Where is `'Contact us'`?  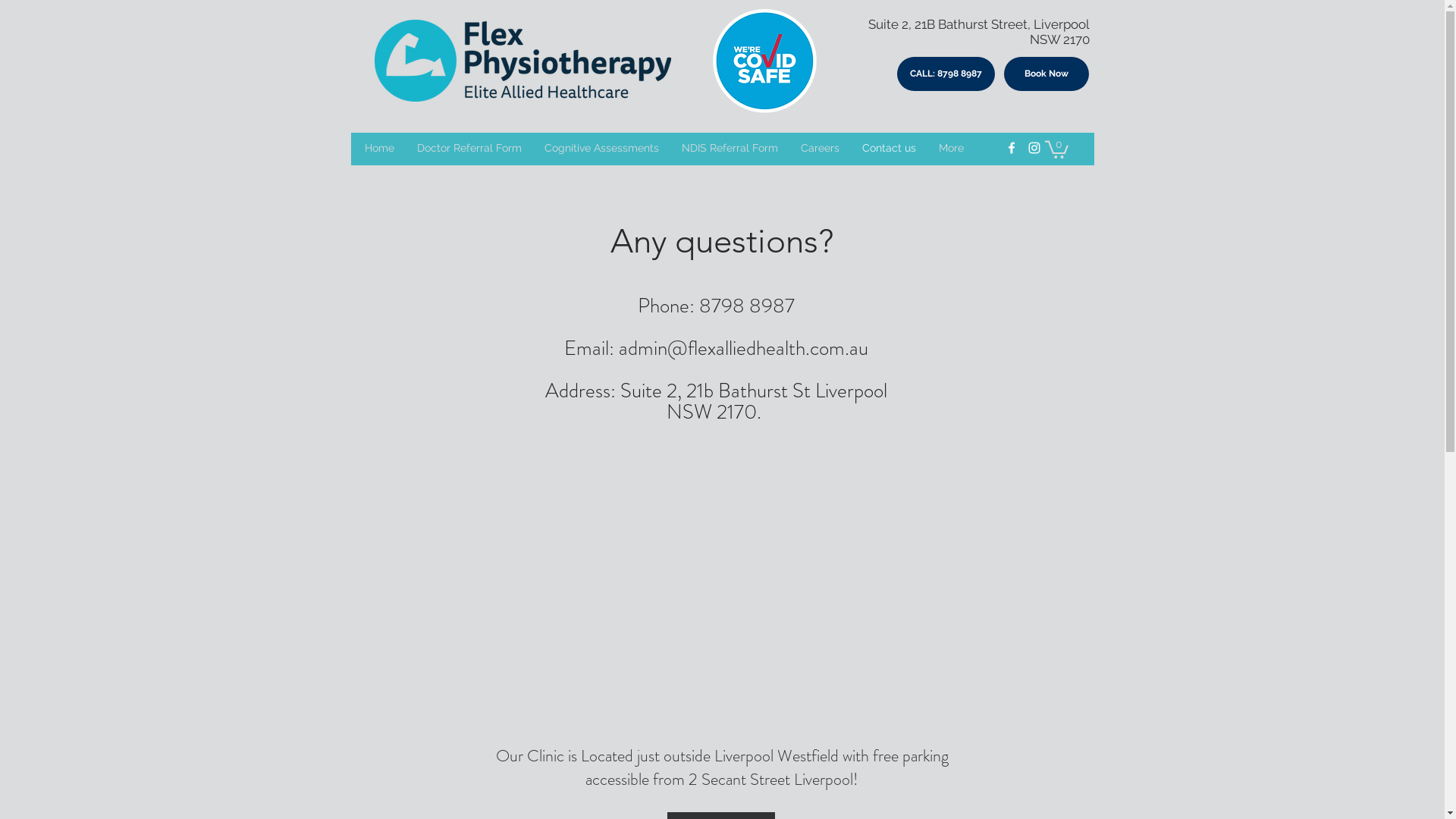
'Contact us' is located at coordinates (889, 148).